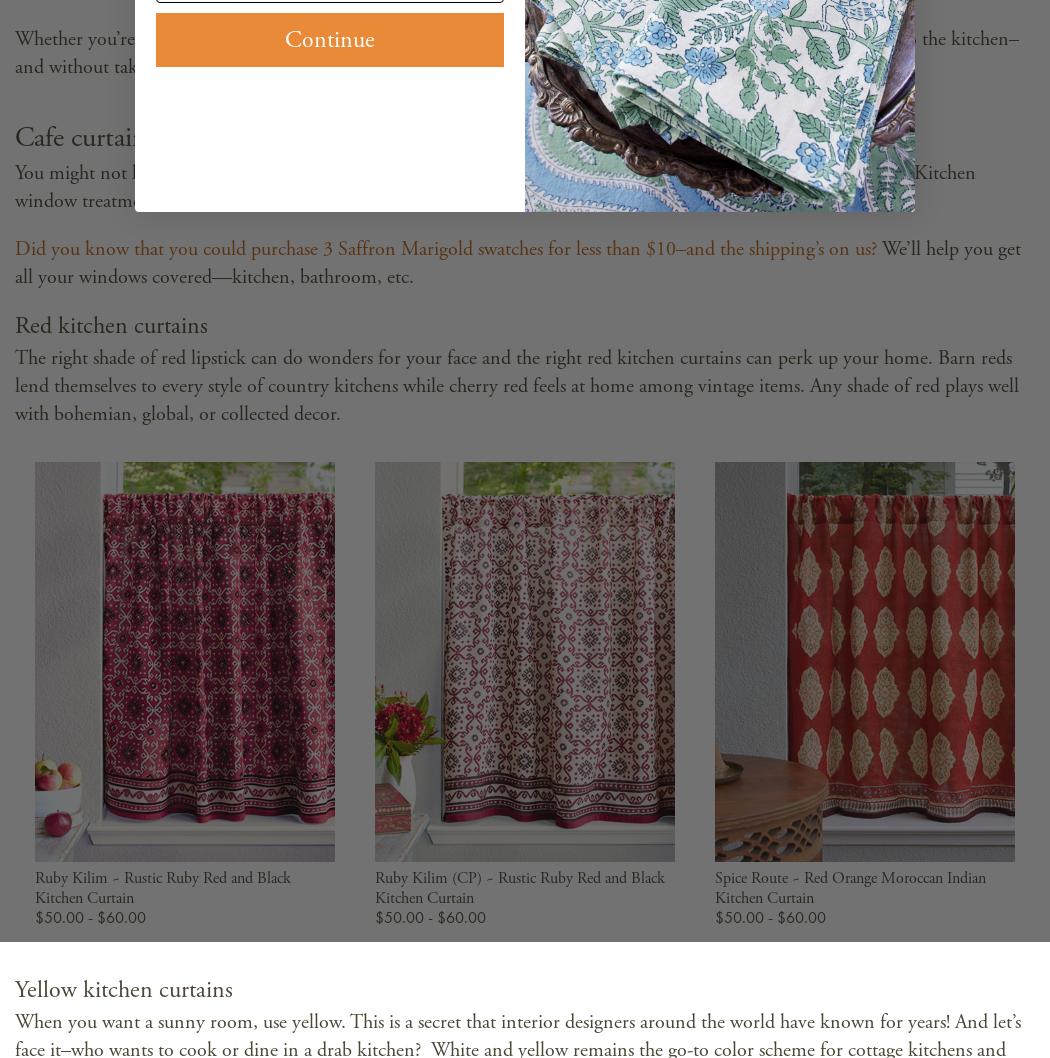 The height and width of the screenshot is (1058, 1050). What do you see at coordinates (849, 887) in the screenshot?
I see `'Spice Route ~ Red Orange Moroccan Indian Kitchen Curtain'` at bounding box center [849, 887].